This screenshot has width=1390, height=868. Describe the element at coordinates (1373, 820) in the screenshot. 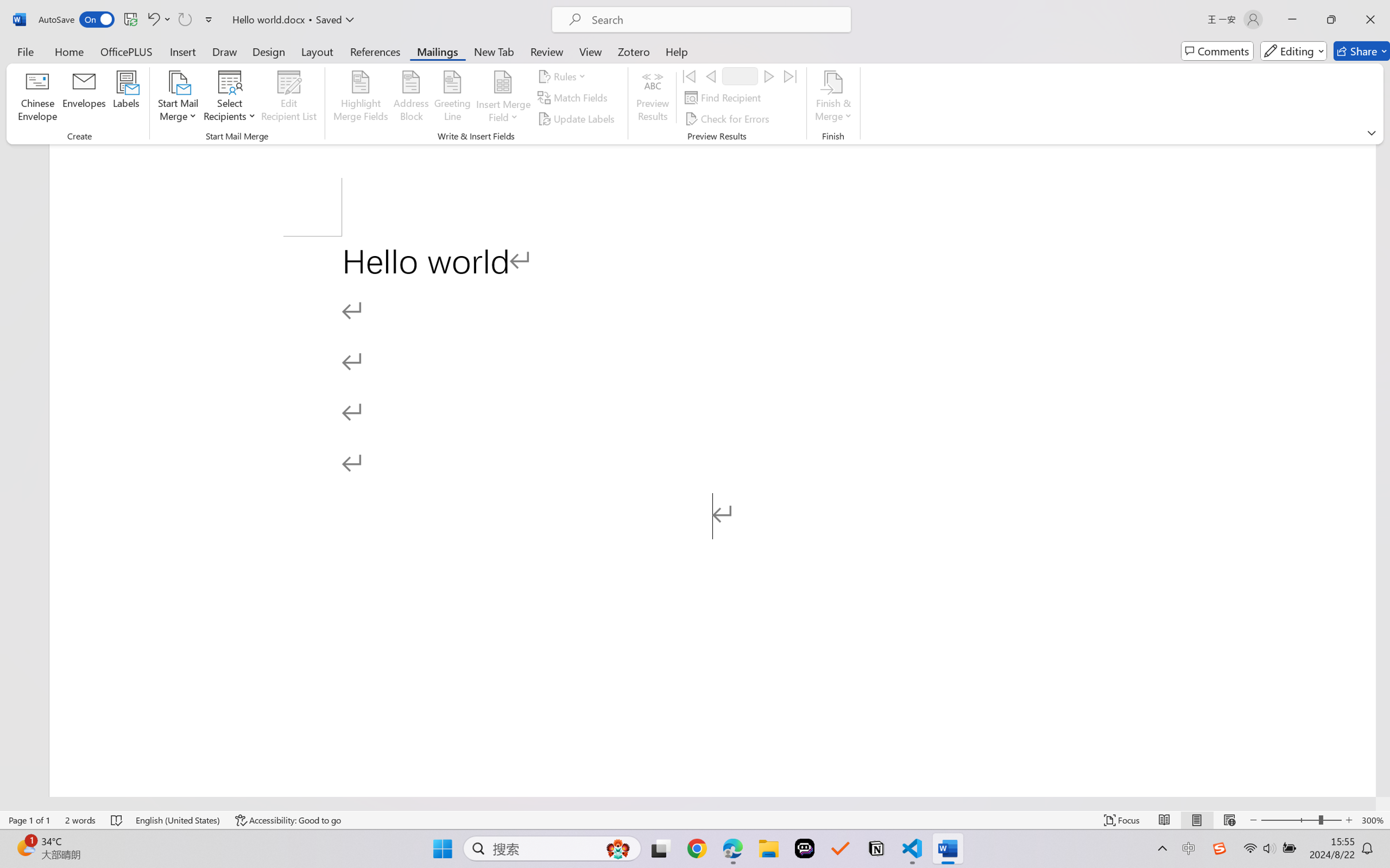

I see `'Zoom 300%'` at that location.